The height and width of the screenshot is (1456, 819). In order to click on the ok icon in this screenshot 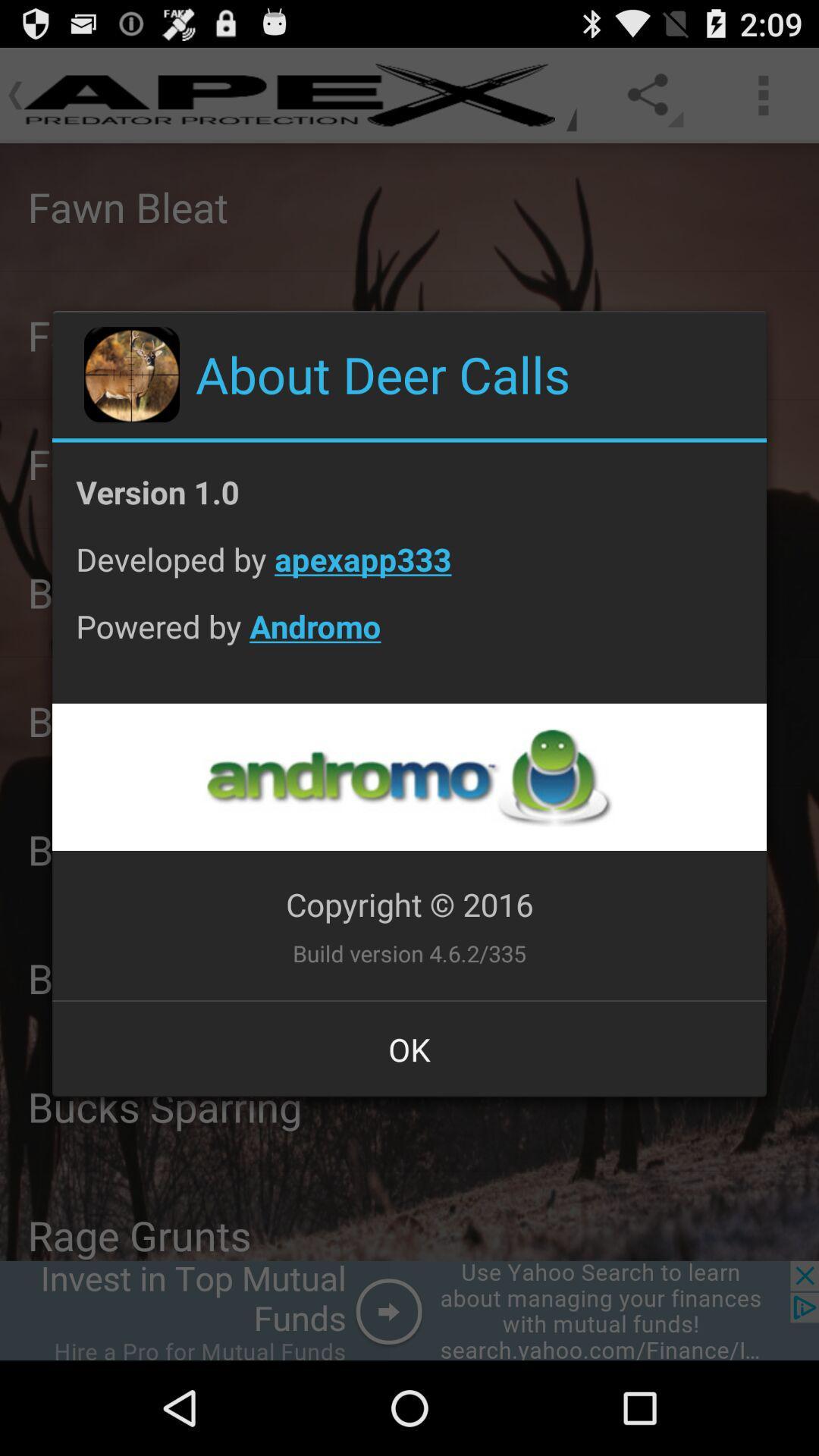, I will do `click(409, 1048)`.